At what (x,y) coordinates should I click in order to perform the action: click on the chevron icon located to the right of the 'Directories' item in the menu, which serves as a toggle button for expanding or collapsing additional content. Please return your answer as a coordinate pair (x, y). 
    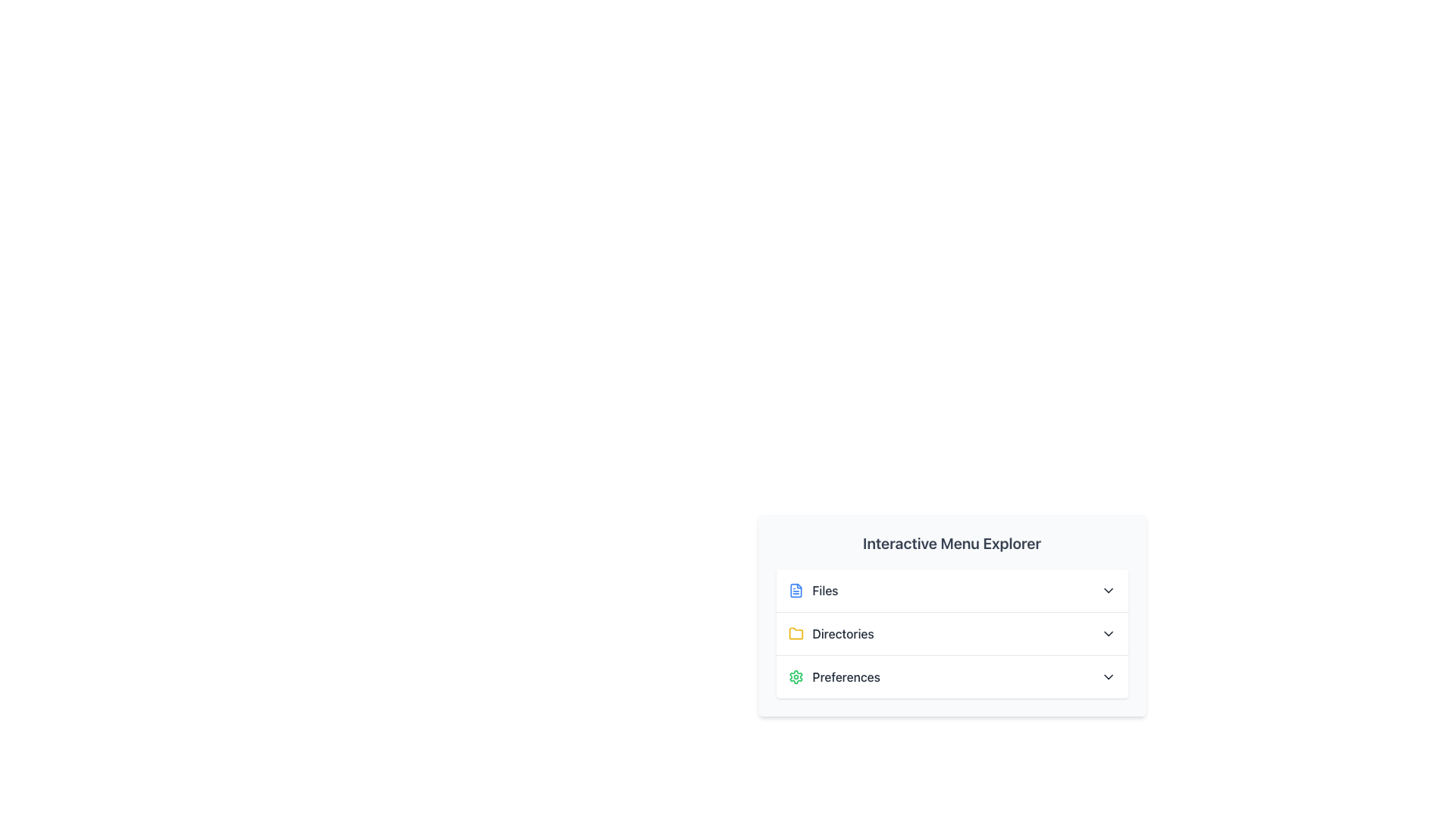
    Looking at the image, I should click on (1108, 634).